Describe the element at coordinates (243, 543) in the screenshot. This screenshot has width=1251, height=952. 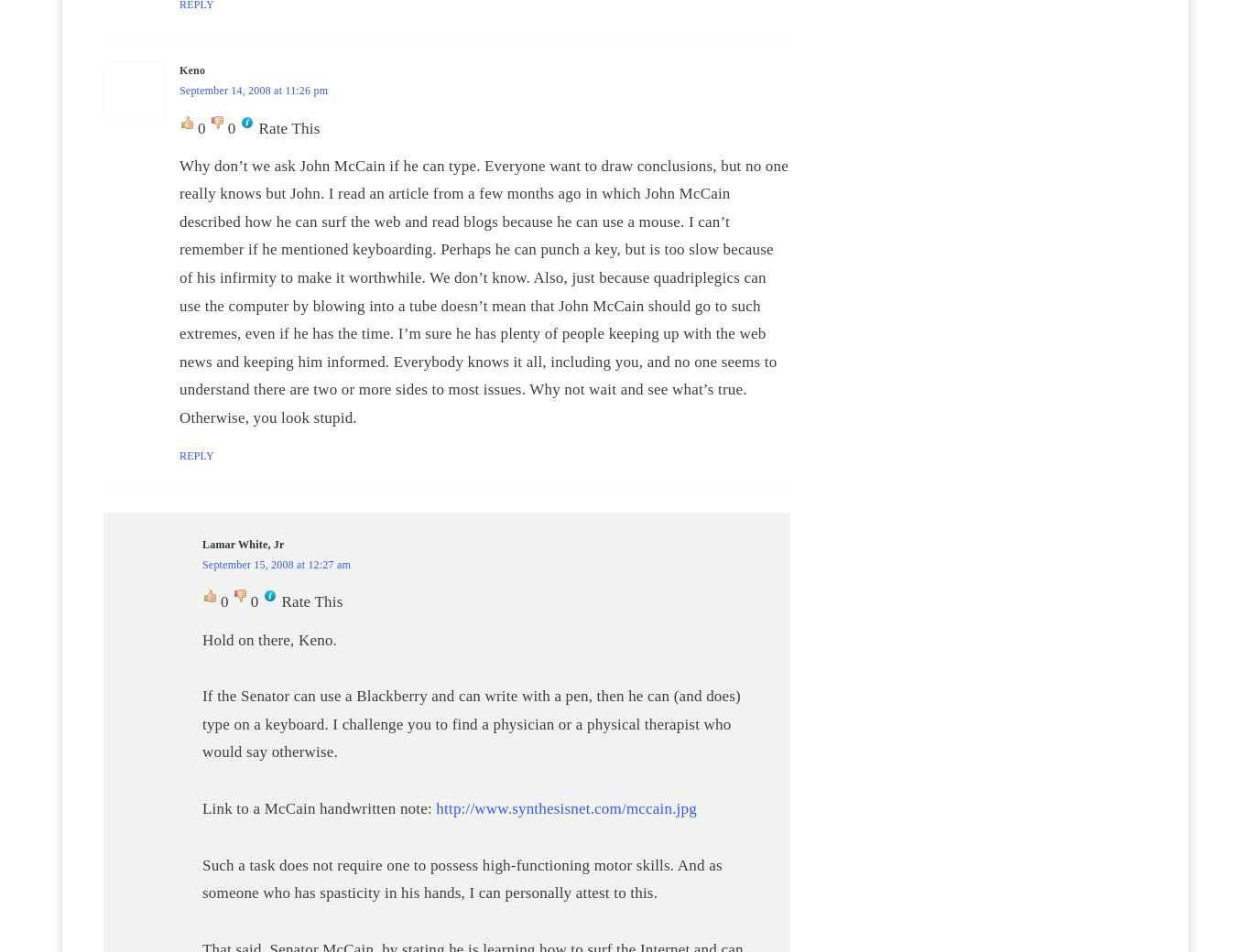
I see `'Lamar White, Jr'` at that location.